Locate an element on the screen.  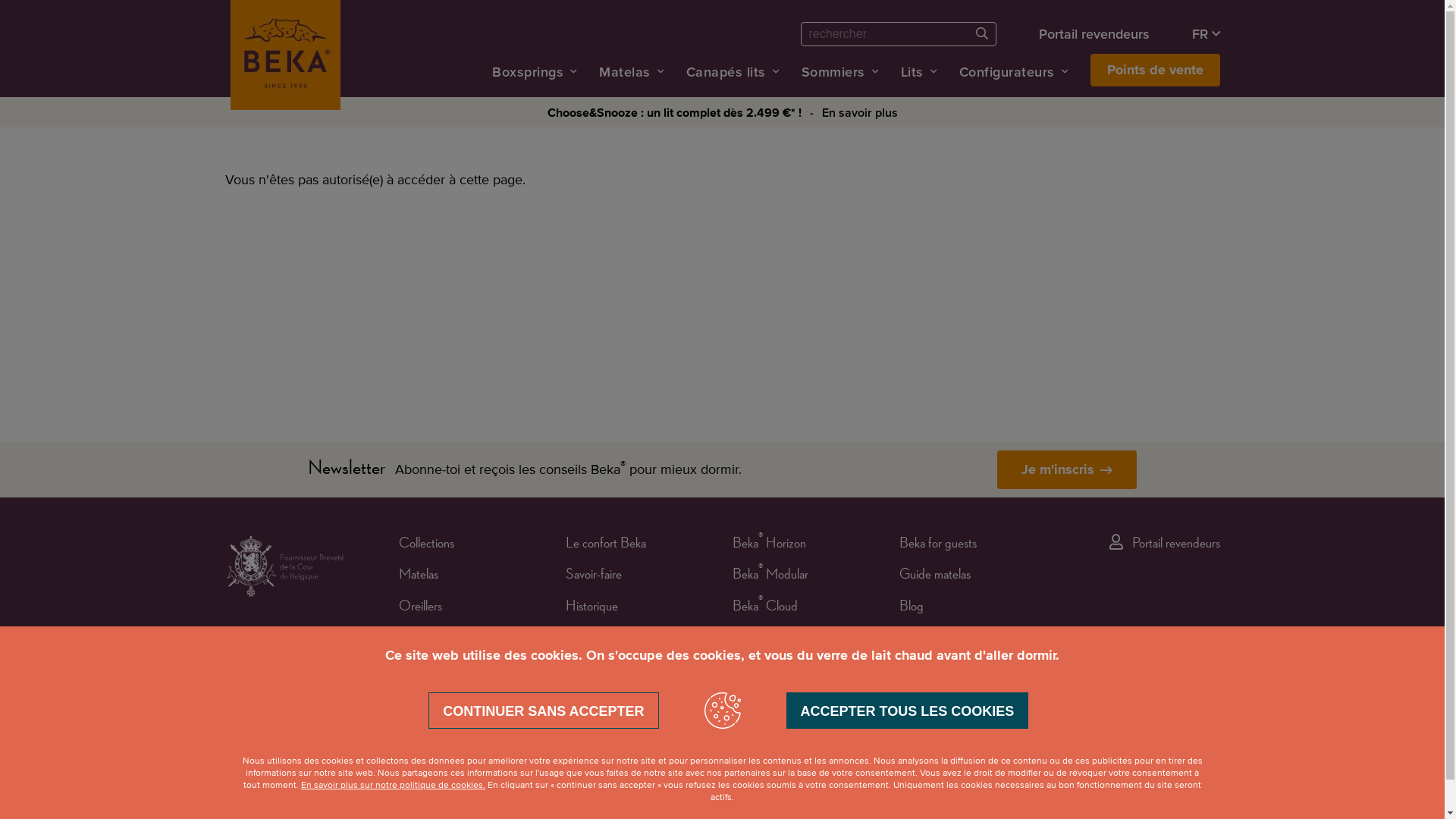
'Collections' is located at coordinates (425, 544).